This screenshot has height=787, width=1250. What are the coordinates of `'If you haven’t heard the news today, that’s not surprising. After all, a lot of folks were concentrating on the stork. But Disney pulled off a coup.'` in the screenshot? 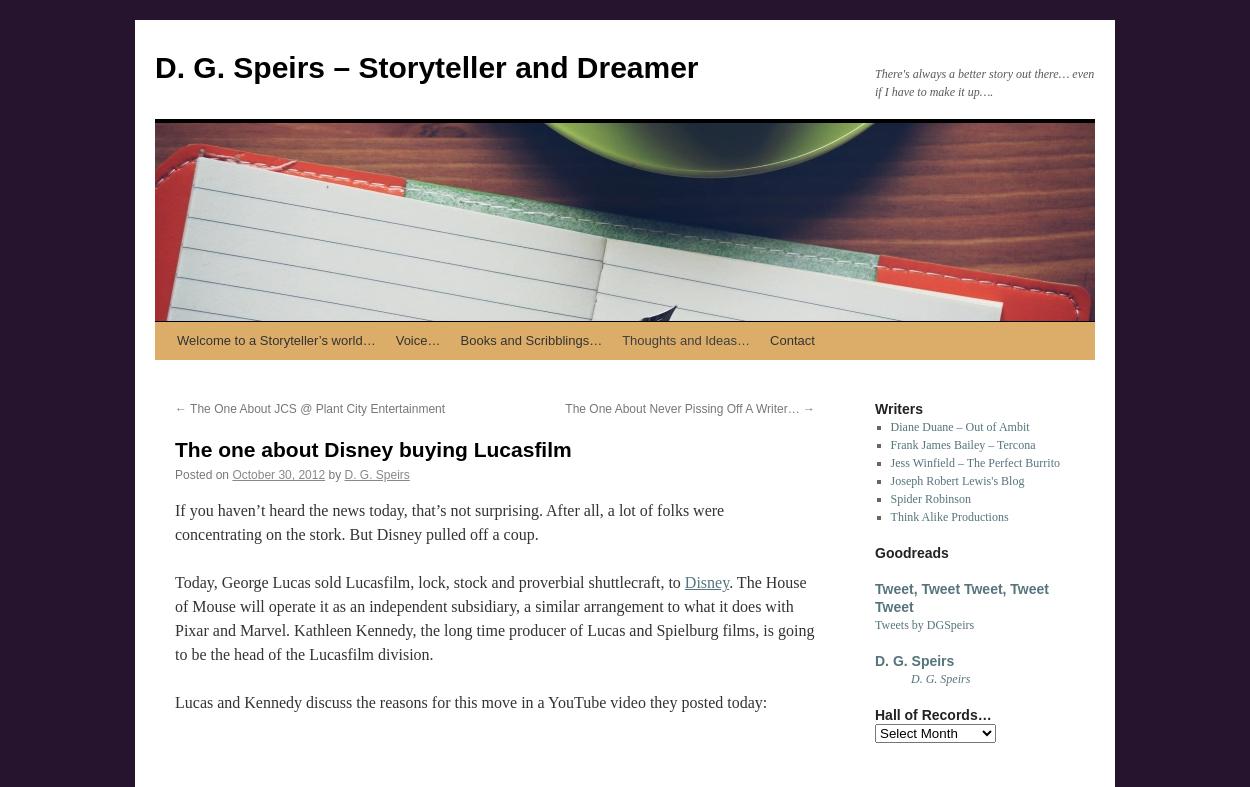 It's located at (448, 522).